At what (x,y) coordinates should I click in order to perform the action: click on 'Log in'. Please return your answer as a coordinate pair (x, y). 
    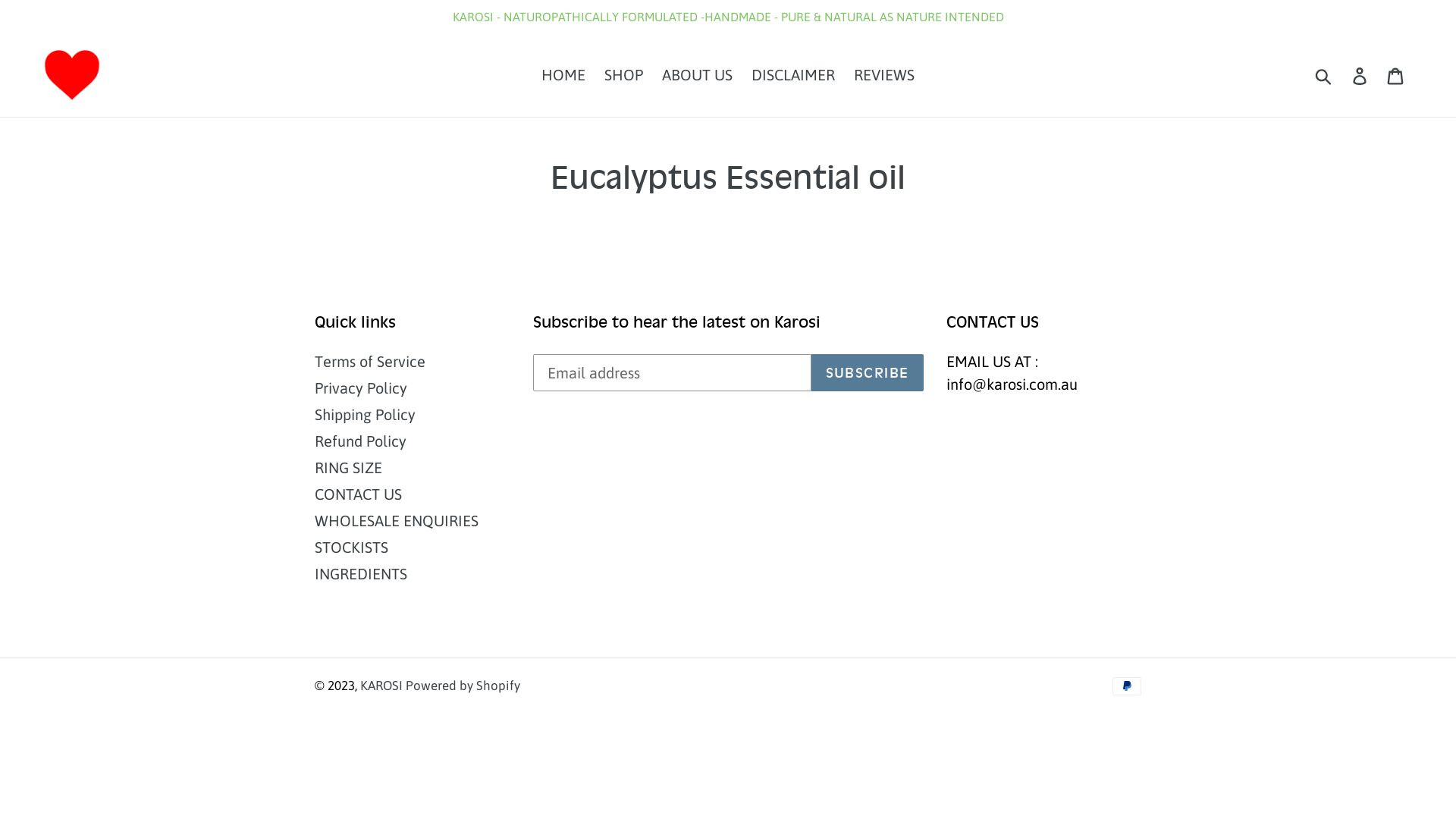
    Looking at the image, I should click on (1360, 75).